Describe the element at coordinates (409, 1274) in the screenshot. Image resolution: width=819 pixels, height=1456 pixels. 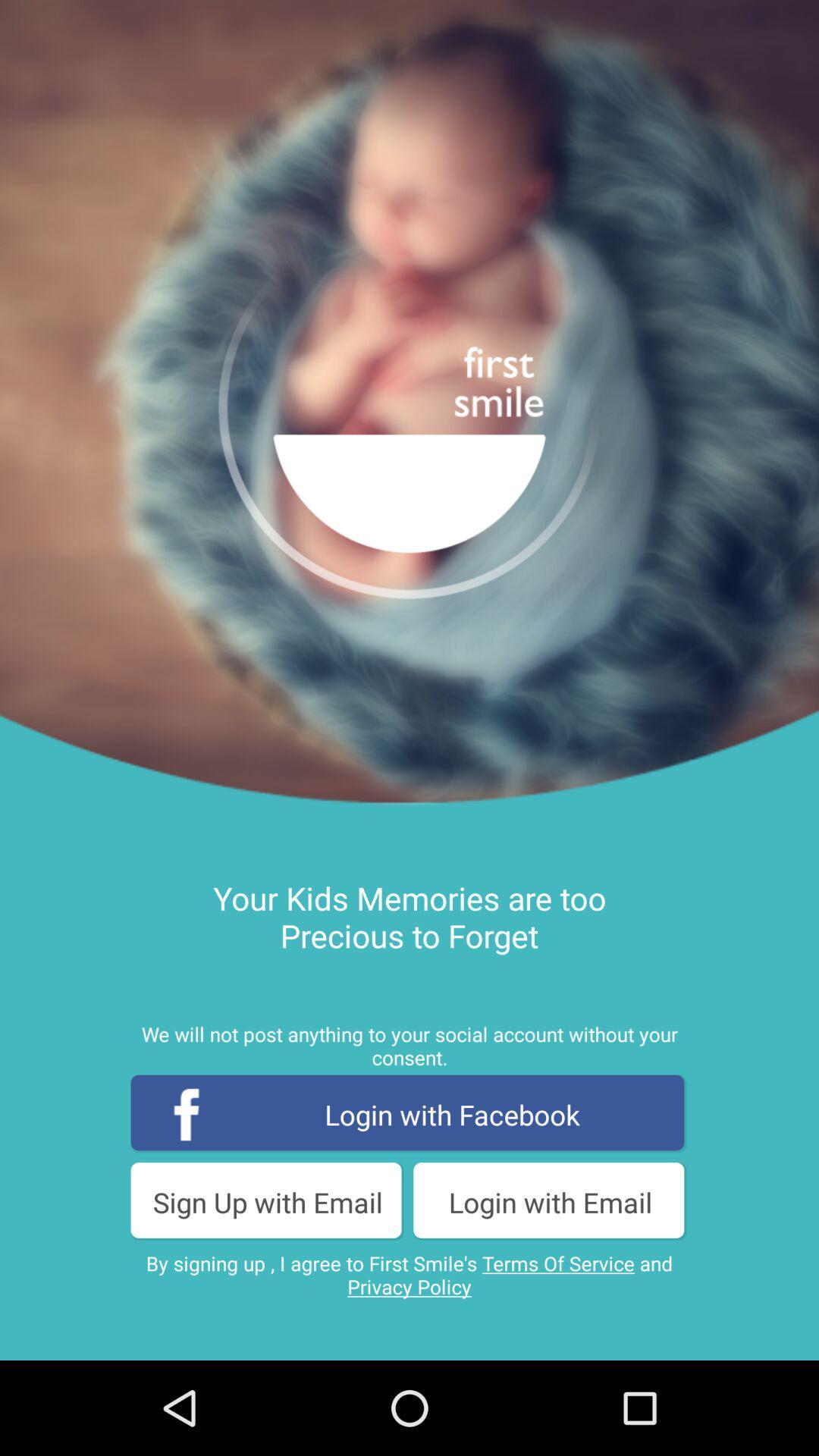
I see `the by signing up app` at that location.